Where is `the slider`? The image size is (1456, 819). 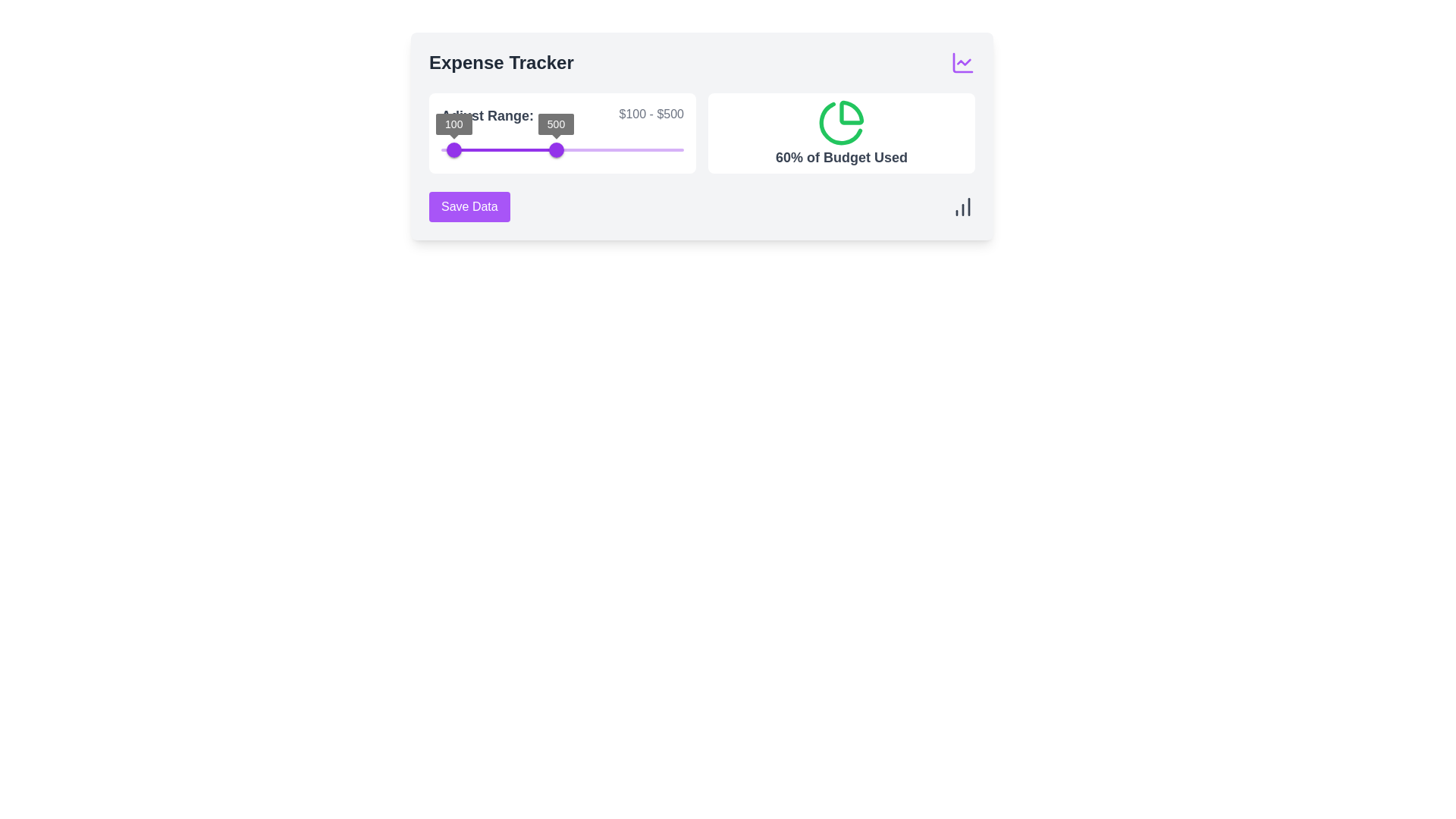
the slider is located at coordinates (585, 149).